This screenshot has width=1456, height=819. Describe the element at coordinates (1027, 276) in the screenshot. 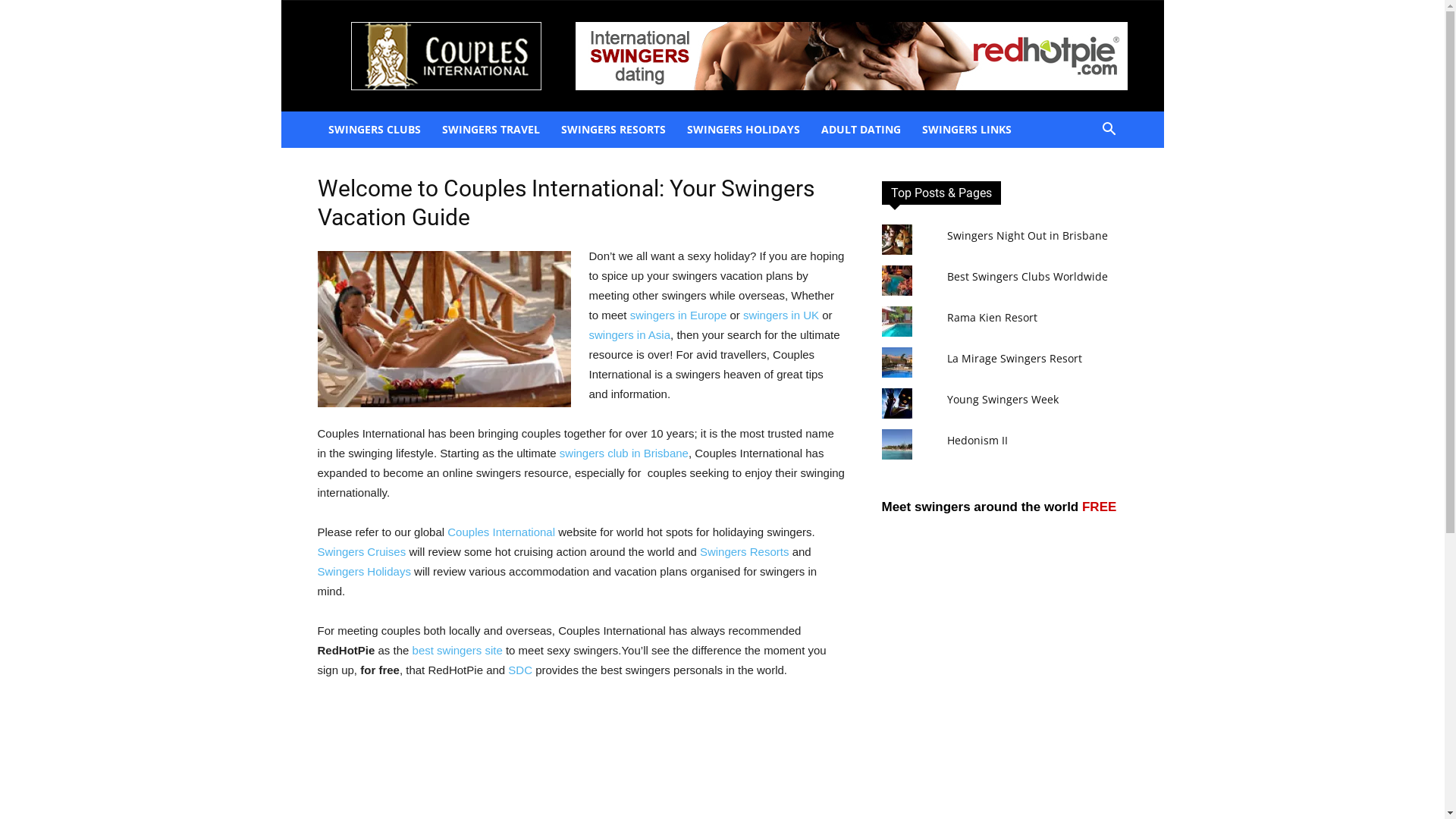

I see `'Best Swingers Clubs Worldwide'` at that location.